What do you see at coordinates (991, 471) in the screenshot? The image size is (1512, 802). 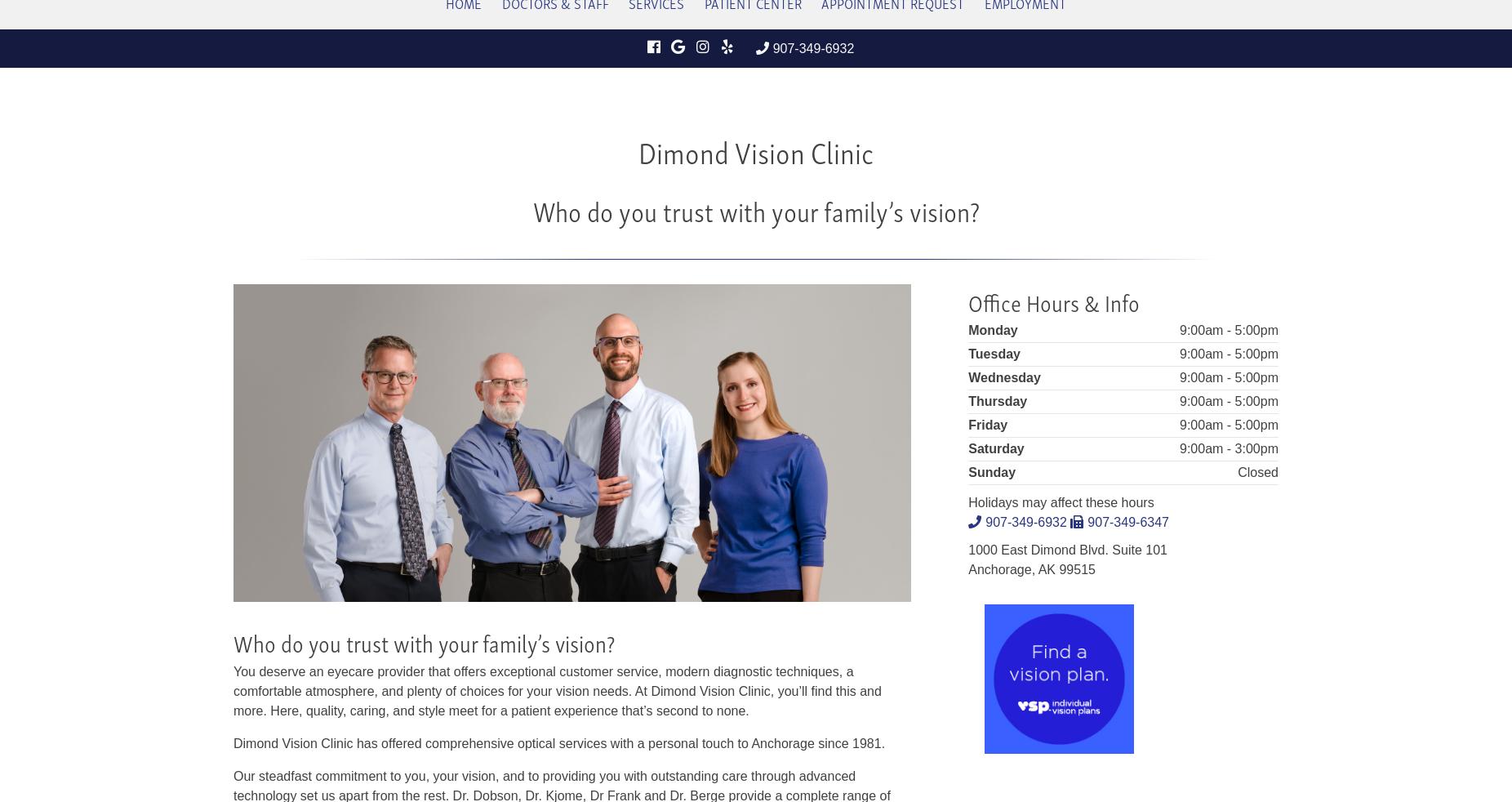 I see `'Sunday'` at bounding box center [991, 471].